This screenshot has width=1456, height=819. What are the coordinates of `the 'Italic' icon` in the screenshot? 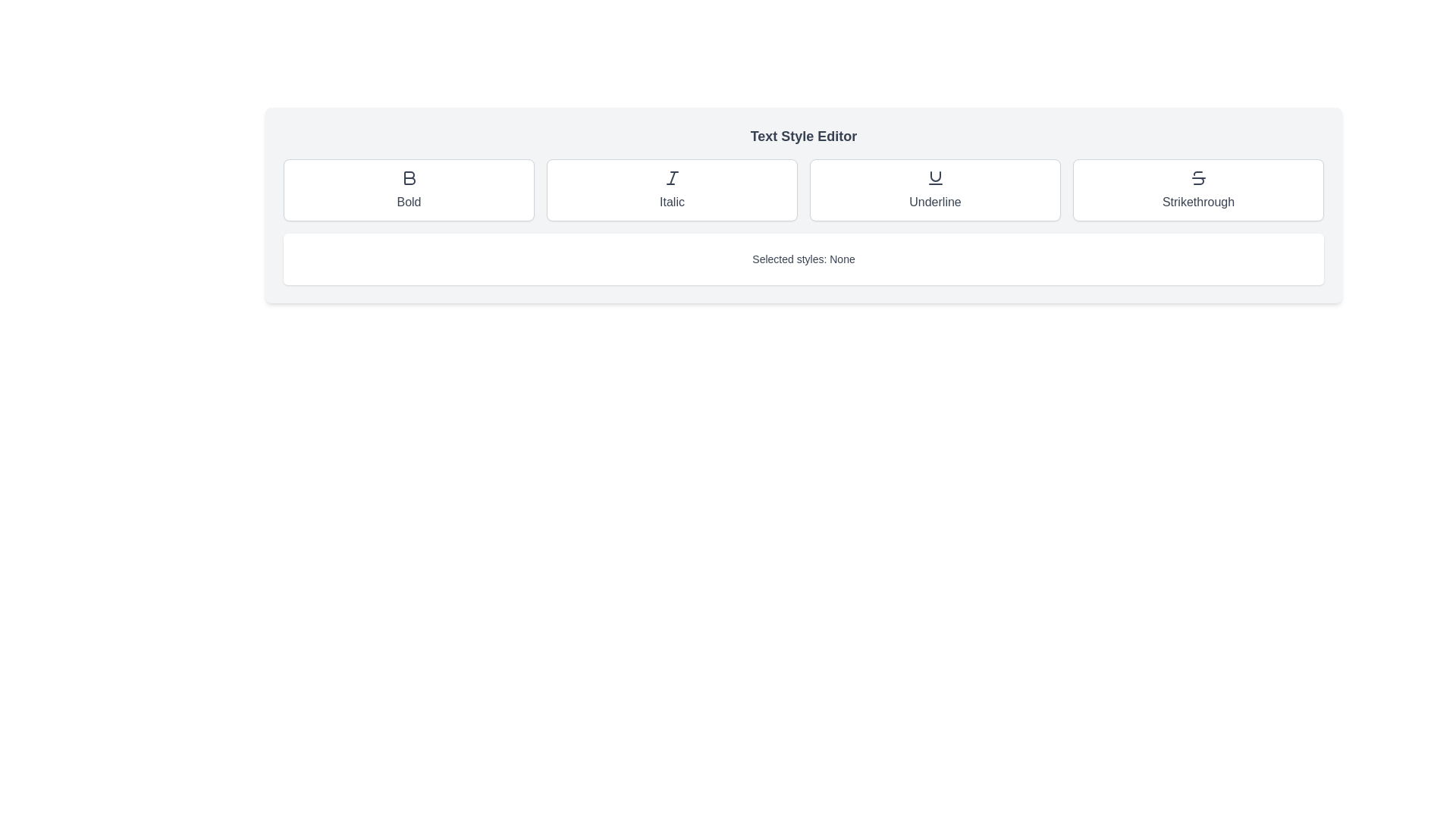 It's located at (671, 177).